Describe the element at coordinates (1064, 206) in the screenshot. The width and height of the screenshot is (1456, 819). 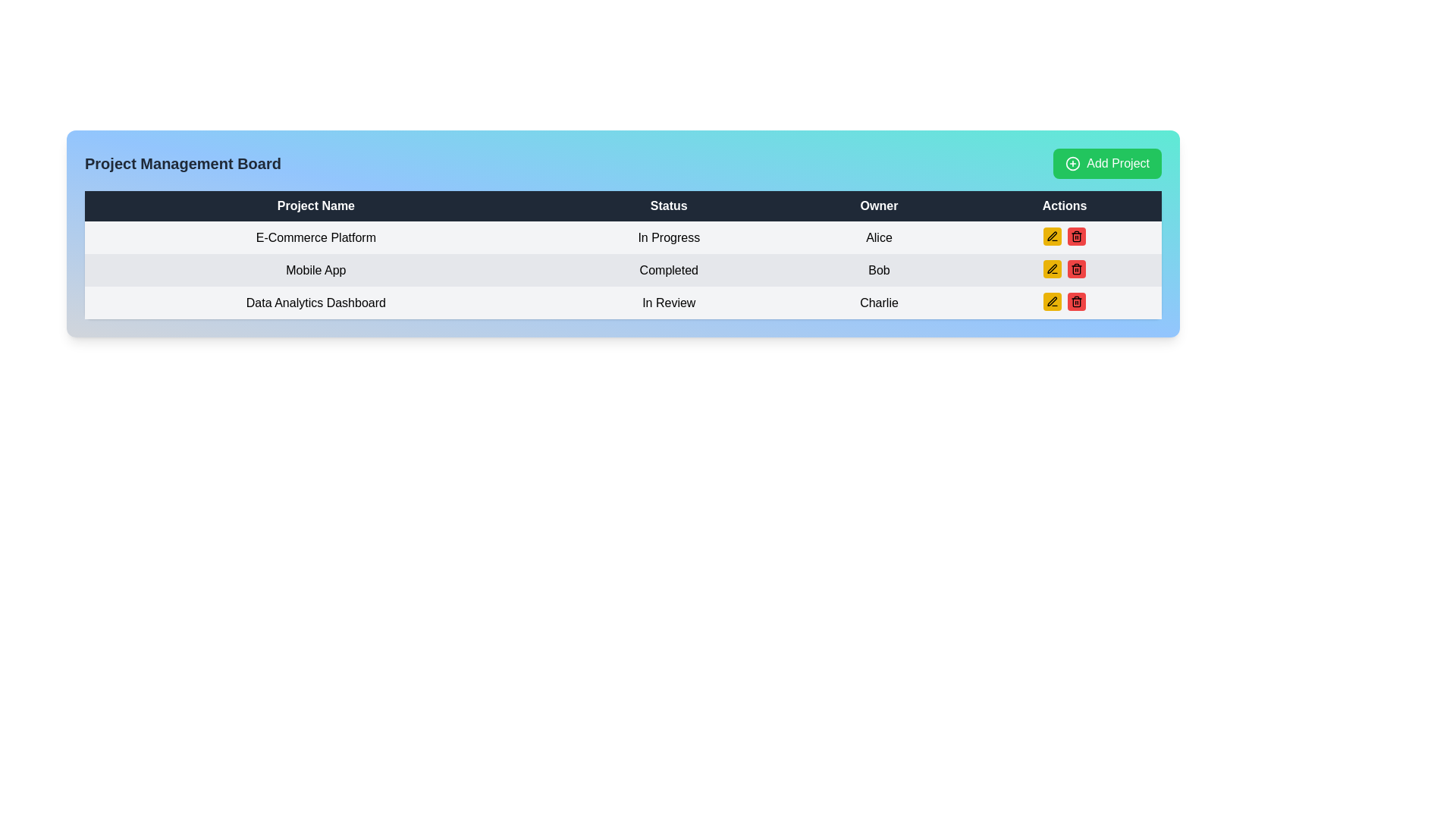
I see `the text label that displays 'Actions', located at the far-right section of the header row of the table` at that location.